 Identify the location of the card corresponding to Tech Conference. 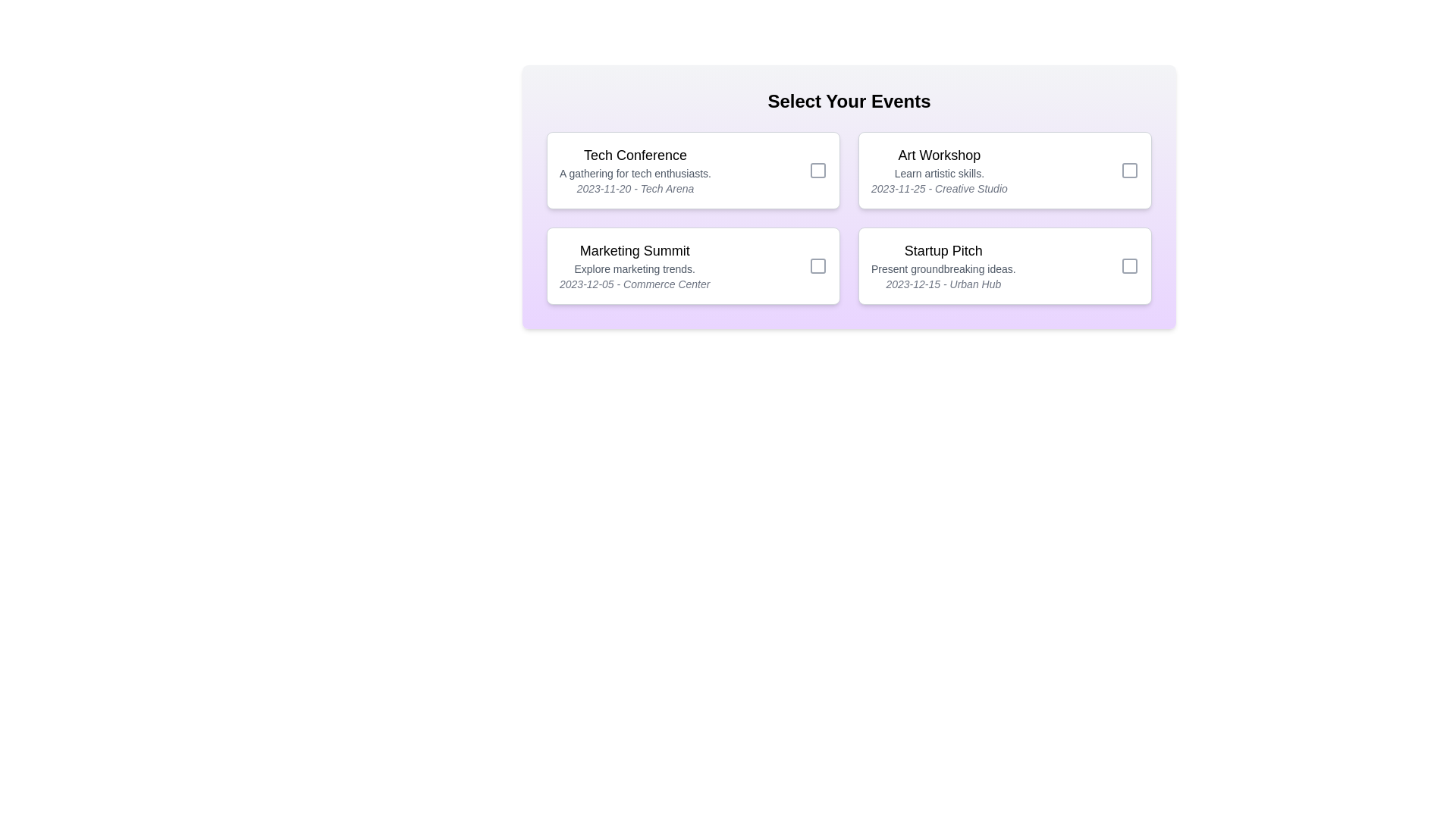
(692, 170).